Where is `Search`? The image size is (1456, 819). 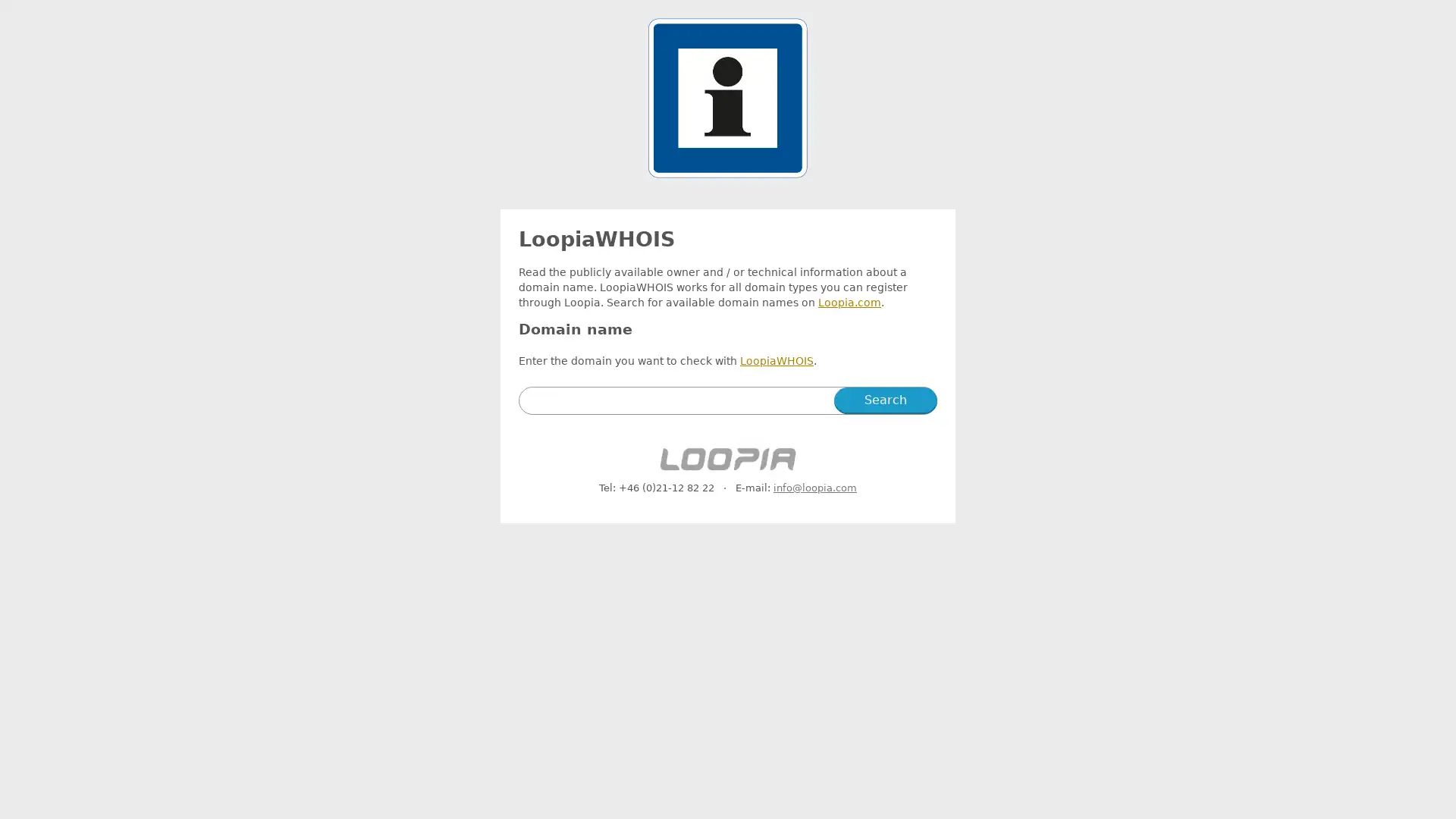 Search is located at coordinates (885, 400).